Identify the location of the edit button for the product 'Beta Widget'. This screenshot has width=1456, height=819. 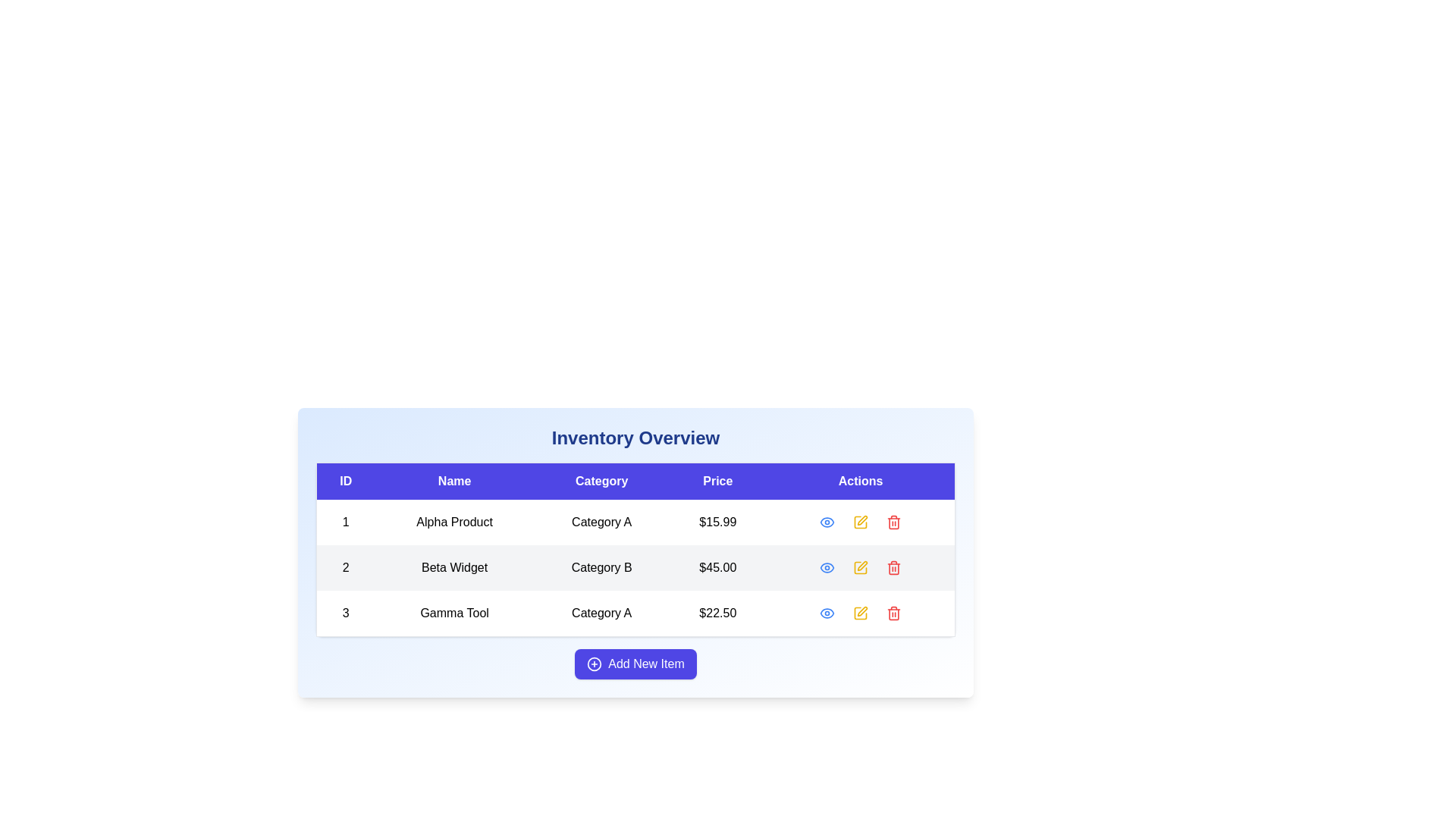
(861, 567).